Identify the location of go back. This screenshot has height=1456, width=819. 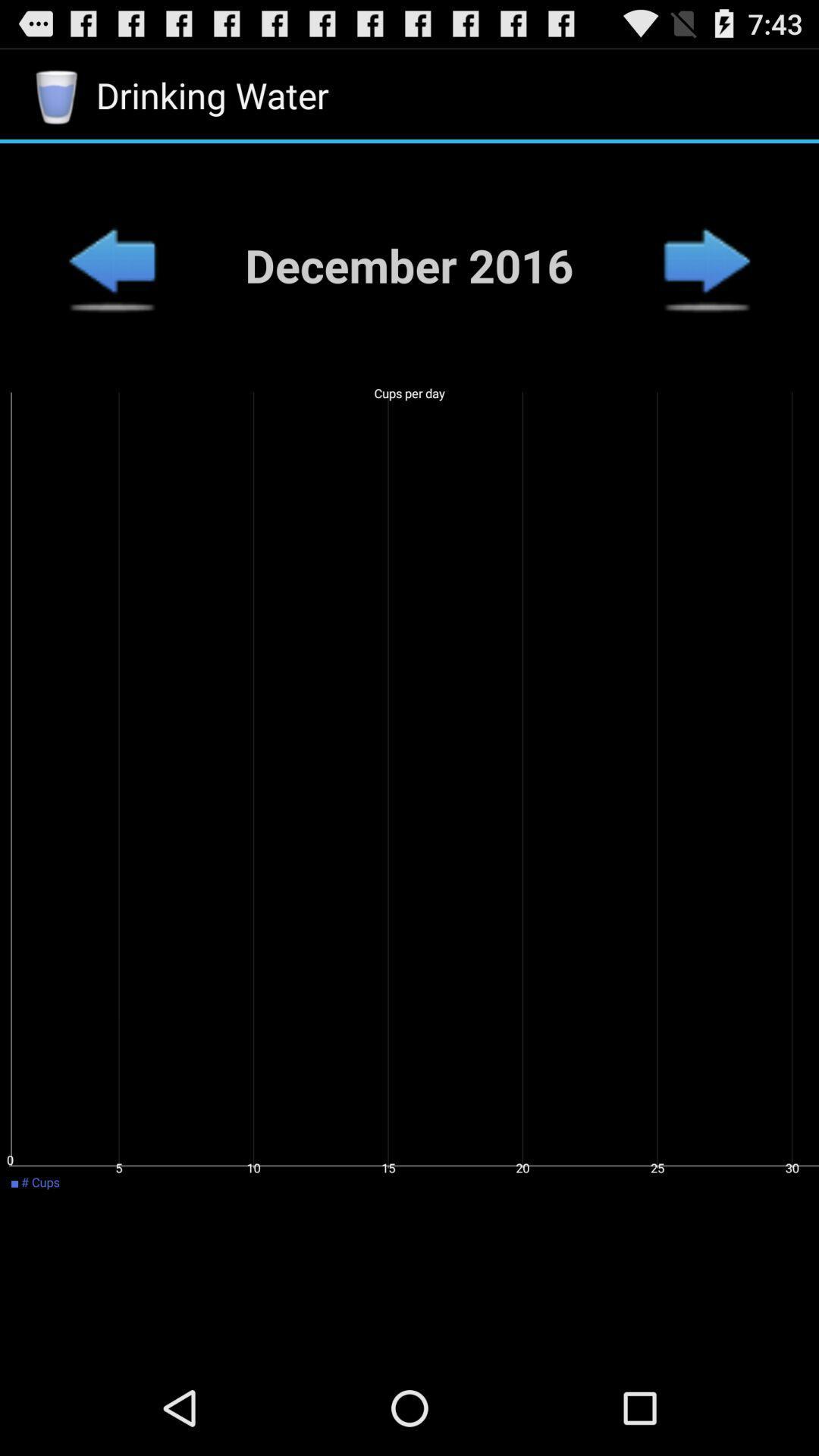
(111, 265).